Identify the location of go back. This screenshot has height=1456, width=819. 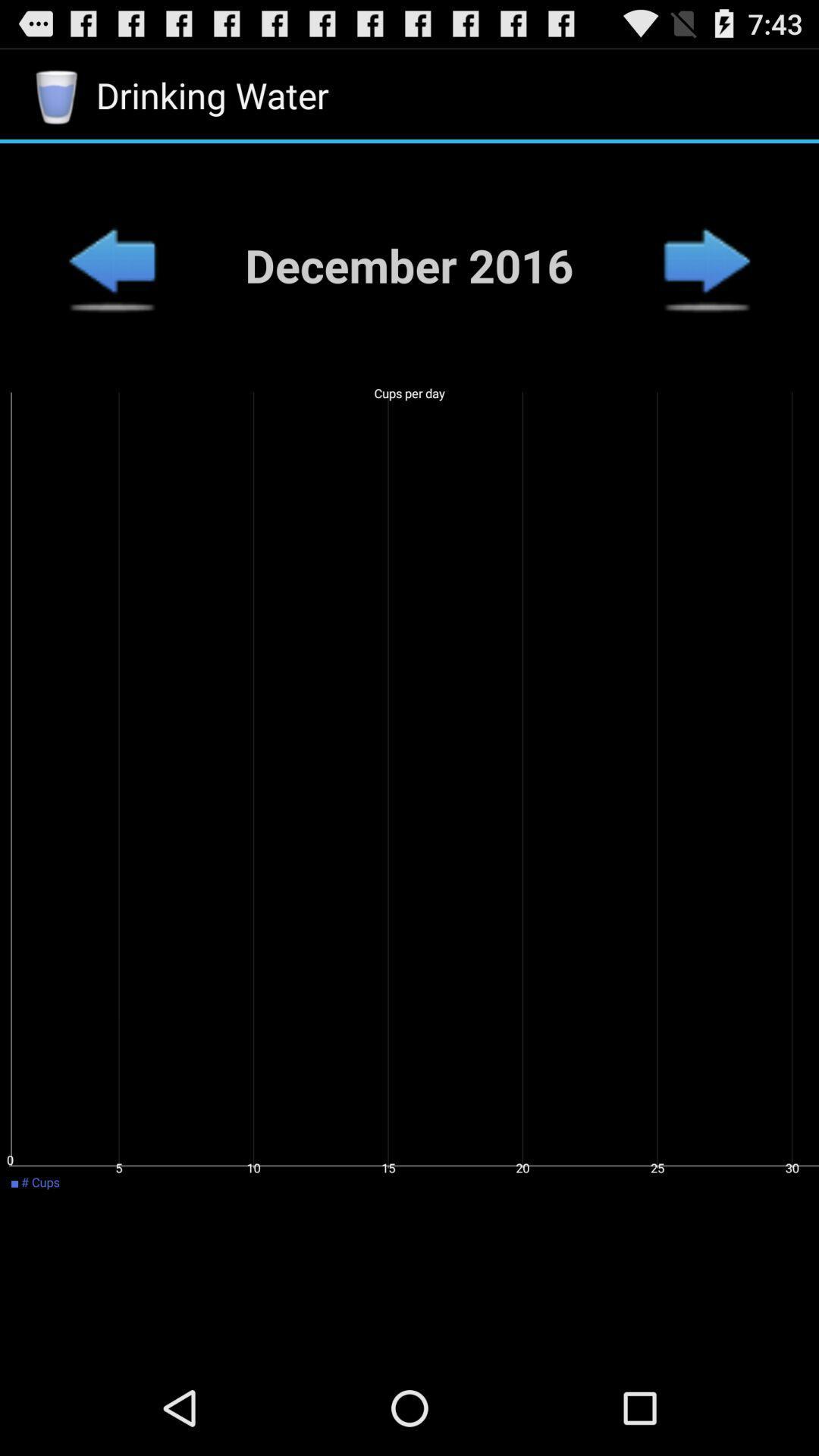
(111, 265).